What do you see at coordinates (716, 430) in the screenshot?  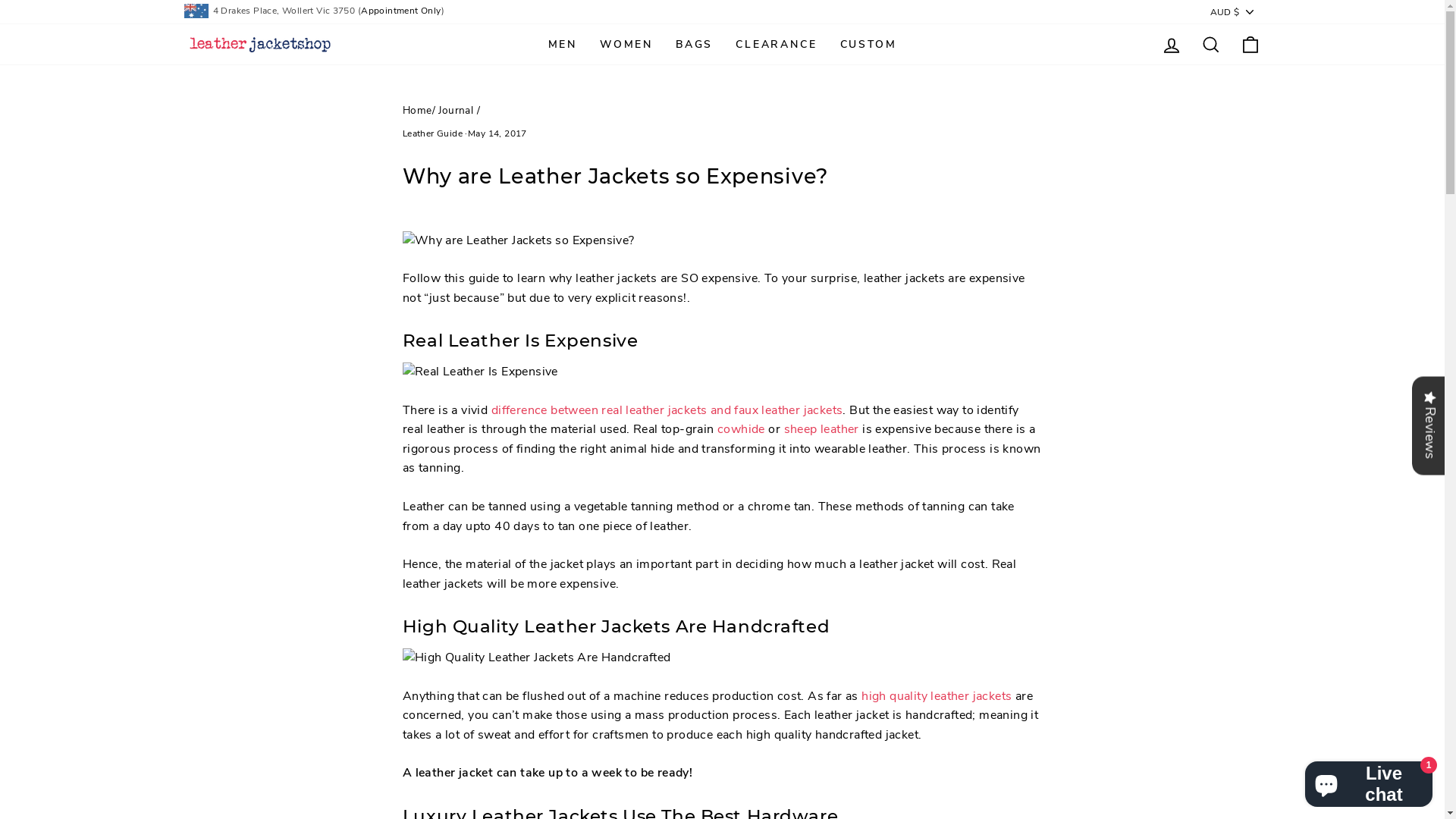 I see `'cowhide'` at bounding box center [716, 430].